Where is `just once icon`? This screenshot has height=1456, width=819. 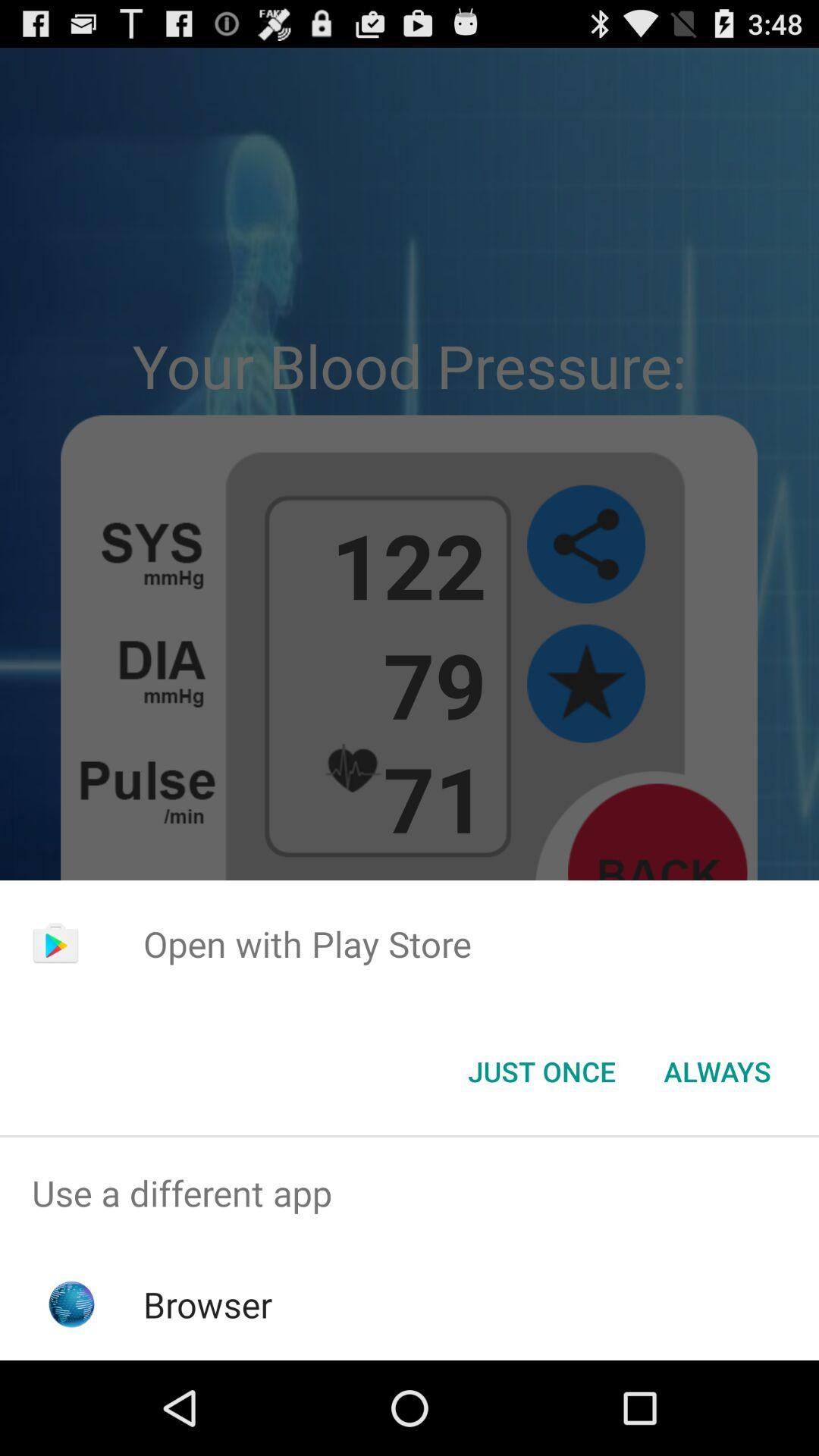 just once icon is located at coordinates (541, 1070).